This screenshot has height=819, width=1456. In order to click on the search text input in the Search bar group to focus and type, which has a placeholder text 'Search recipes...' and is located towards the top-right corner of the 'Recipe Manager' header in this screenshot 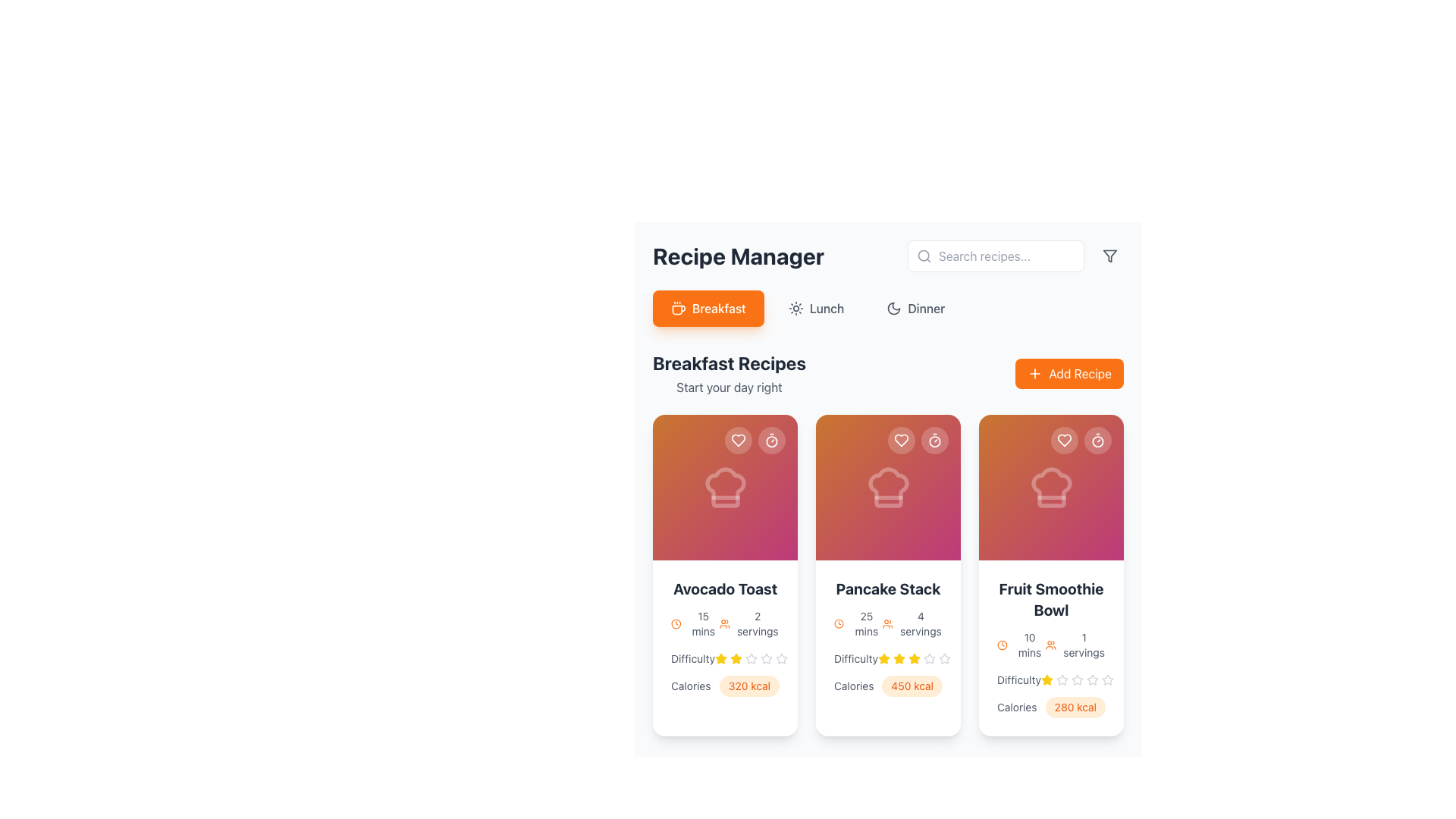, I will do `click(1015, 256)`.